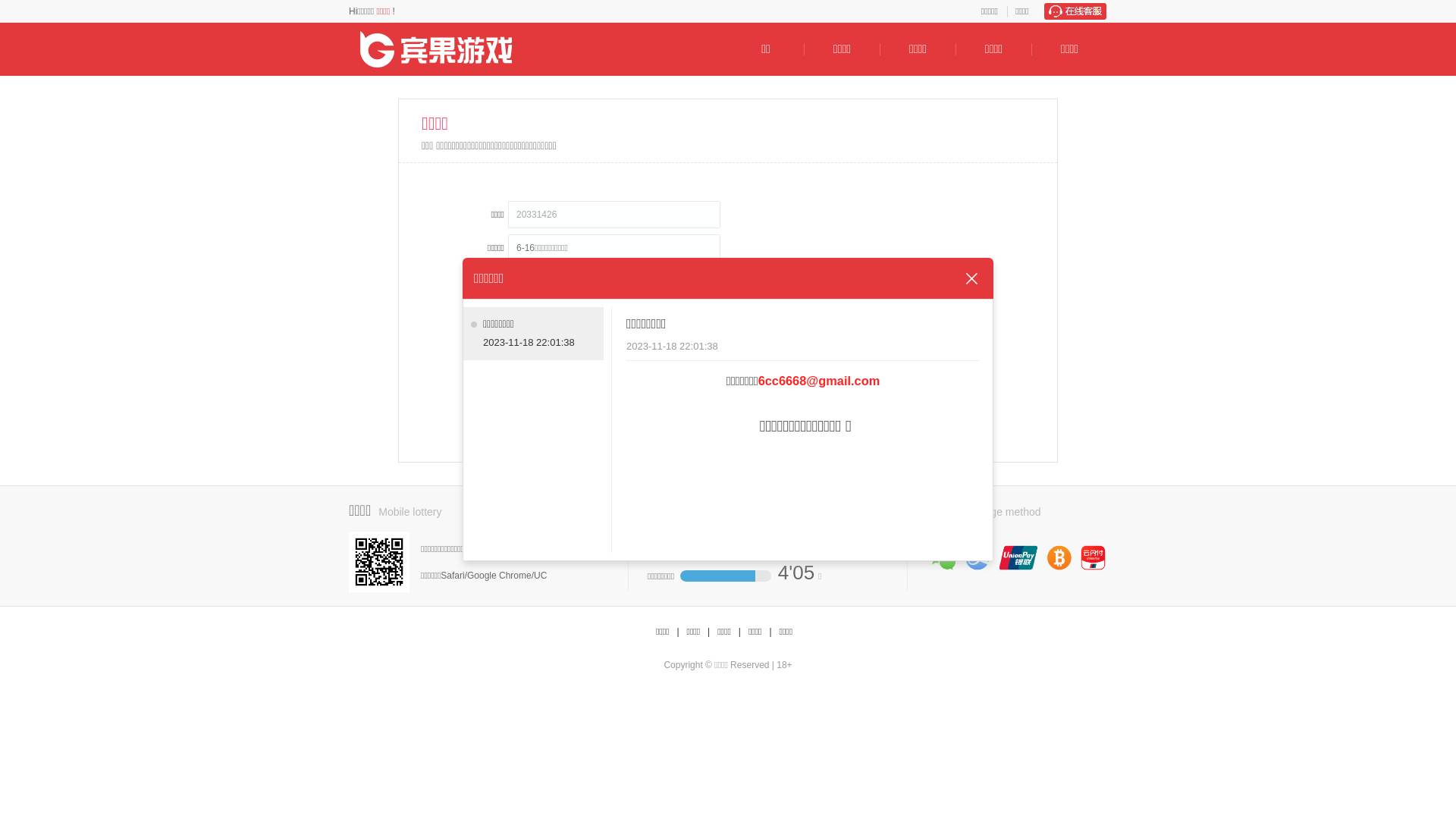 Image resolution: width=1456 pixels, height=819 pixels. Describe the element at coordinates (708, 632) in the screenshot. I see `'|'` at that location.